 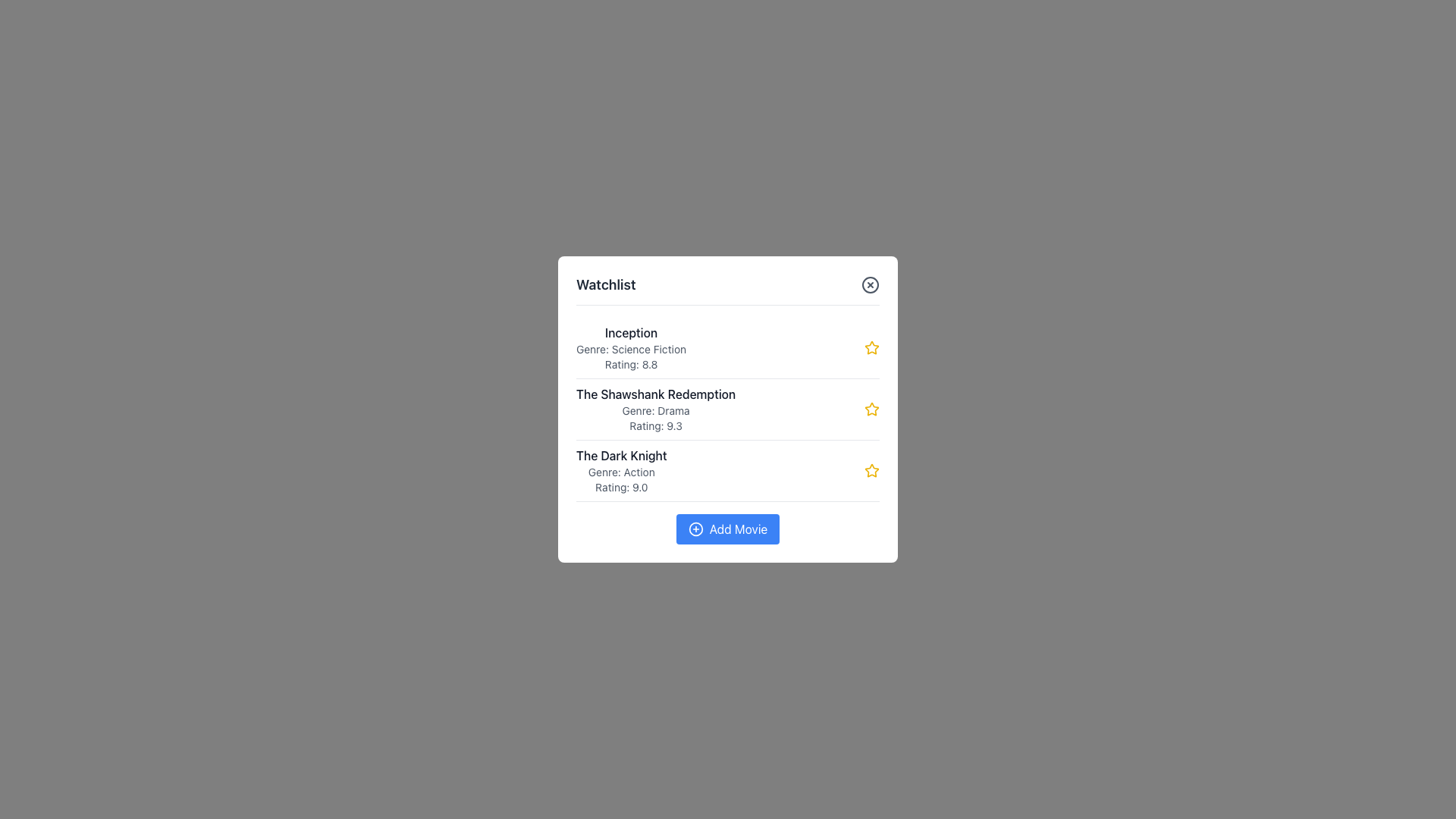 I want to click on the Text Display element that shows the movie title 'The Dark Knight', genre 'Genre: Action', and rating 'Rating: 9.0', which is the third entry in the Watchlist module, so click(x=621, y=470).